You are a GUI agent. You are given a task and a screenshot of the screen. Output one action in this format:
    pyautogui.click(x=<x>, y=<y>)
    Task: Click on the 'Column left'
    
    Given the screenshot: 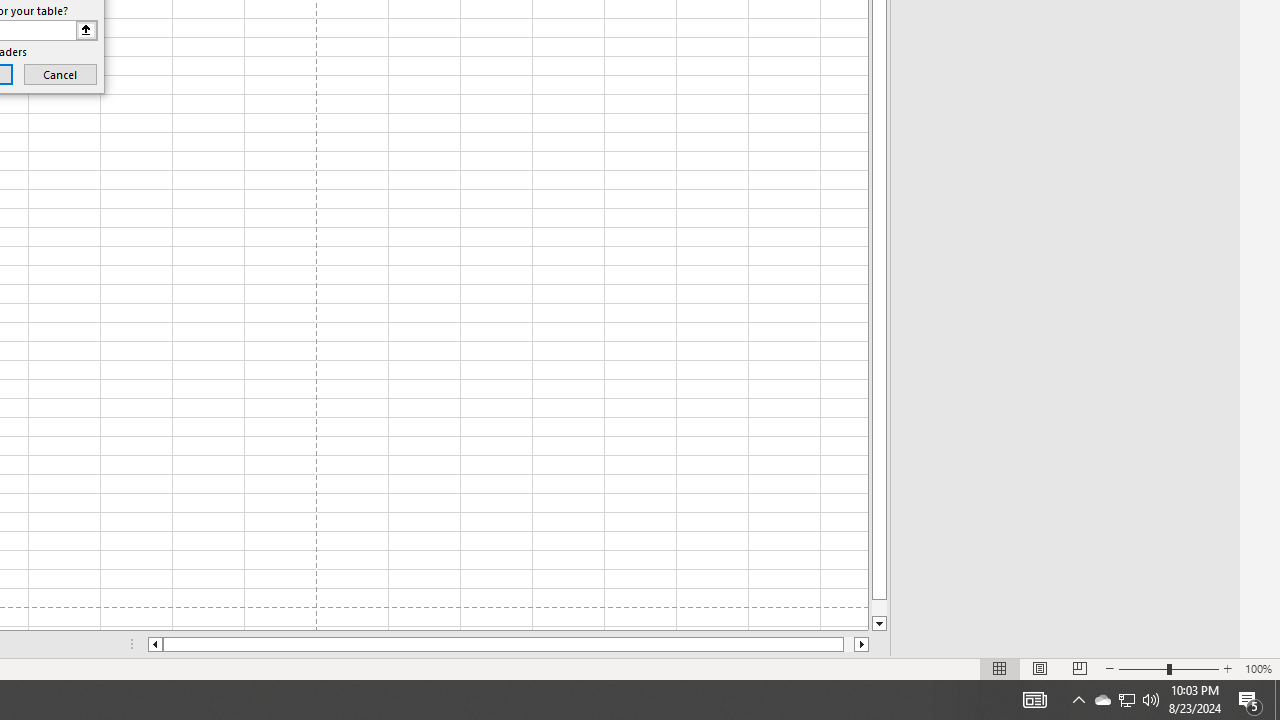 What is the action you would take?
    pyautogui.click(x=153, y=644)
    